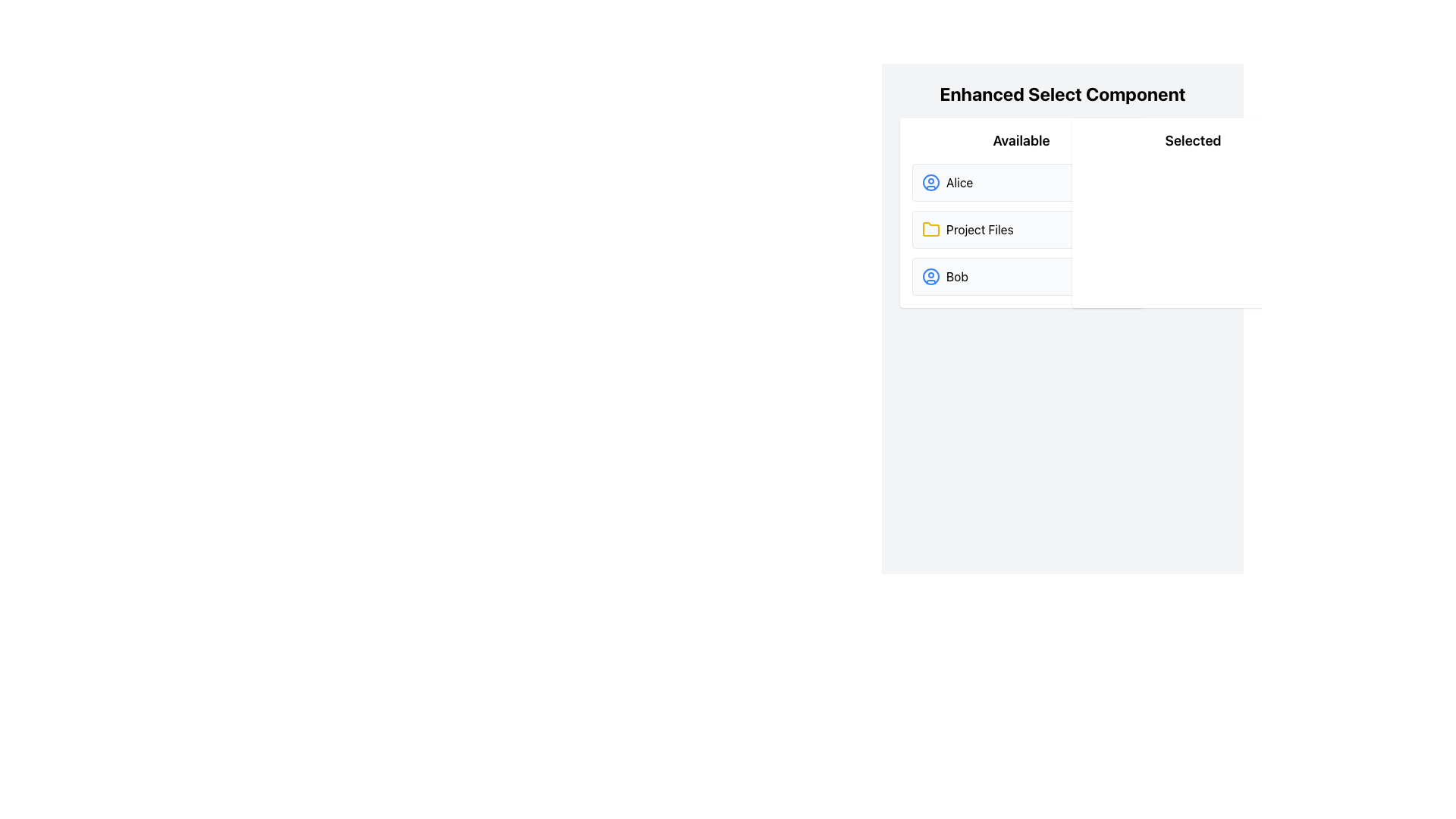  What do you see at coordinates (946, 181) in the screenshot?
I see `the selectable list item labeled 'Alice'` at bounding box center [946, 181].